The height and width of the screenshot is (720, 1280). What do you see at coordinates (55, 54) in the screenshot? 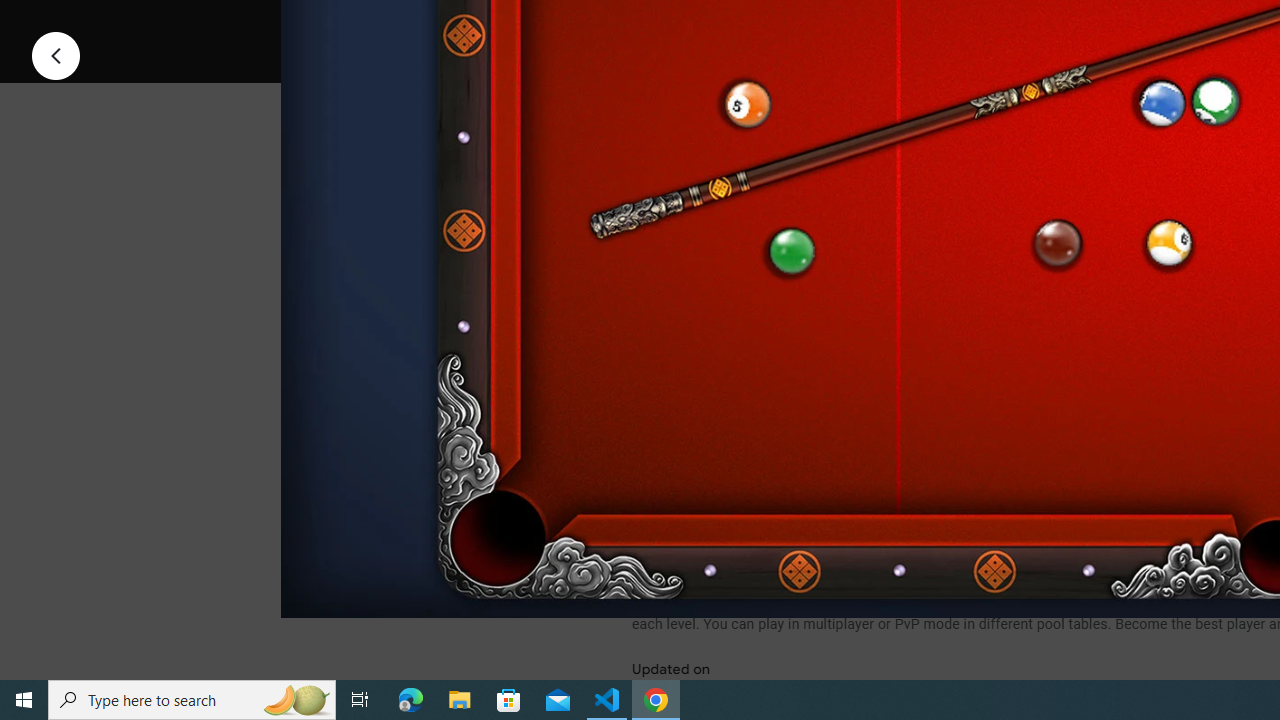
I see `'Previous'` at bounding box center [55, 54].